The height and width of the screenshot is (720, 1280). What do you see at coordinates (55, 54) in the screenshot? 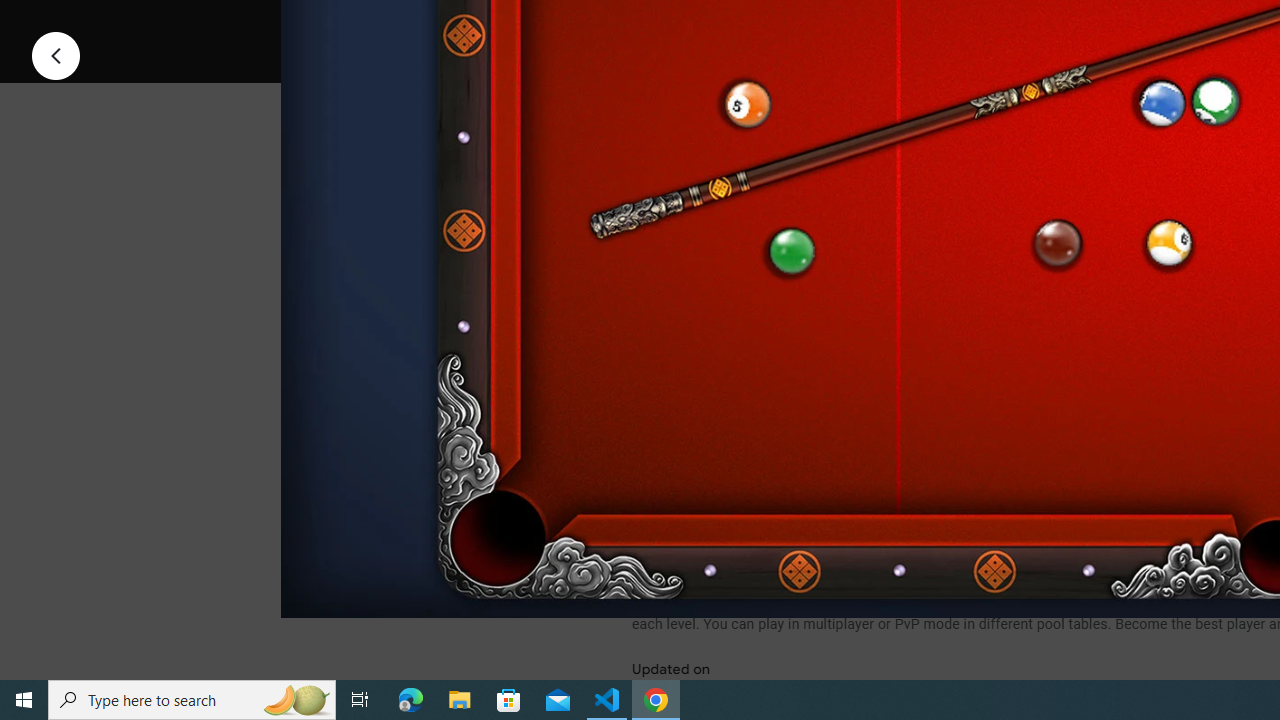
I see `'Previous'` at bounding box center [55, 54].